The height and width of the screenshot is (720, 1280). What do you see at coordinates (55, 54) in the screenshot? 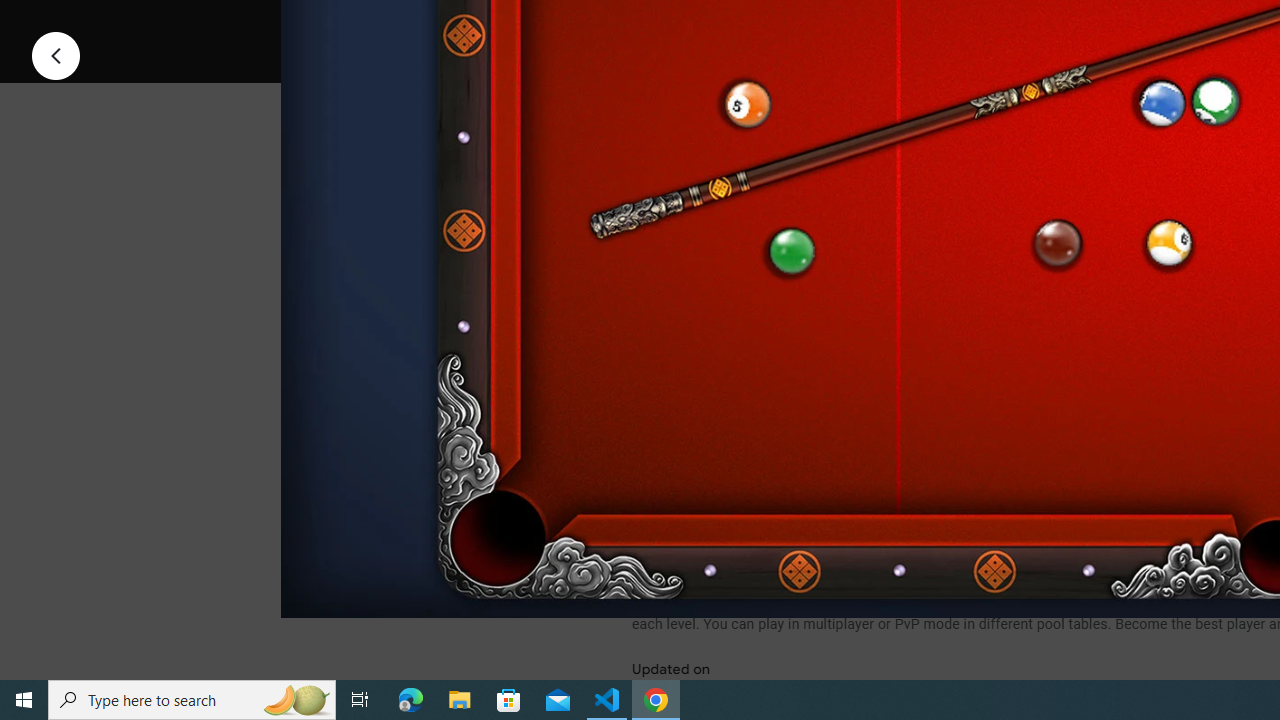
I see `'Previous'` at bounding box center [55, 54].